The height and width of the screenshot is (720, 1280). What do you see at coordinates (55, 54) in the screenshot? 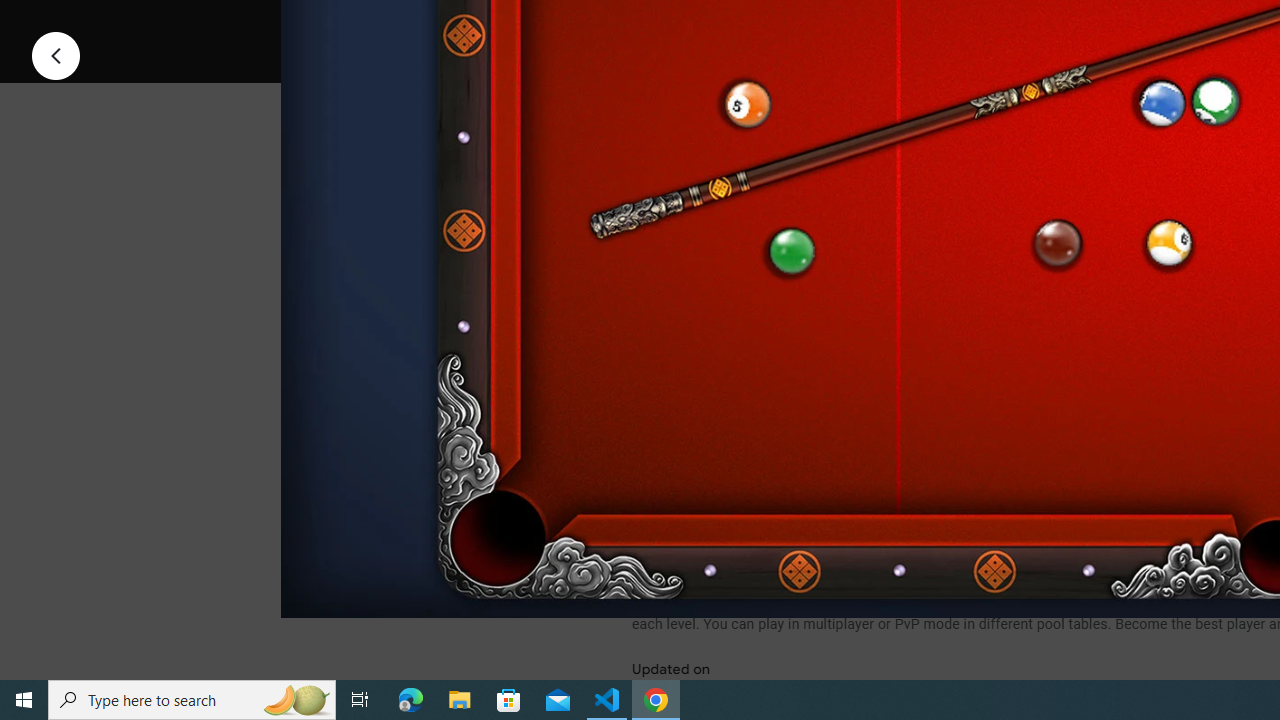
I see `'Previous'` at bounding box center [55, 54].